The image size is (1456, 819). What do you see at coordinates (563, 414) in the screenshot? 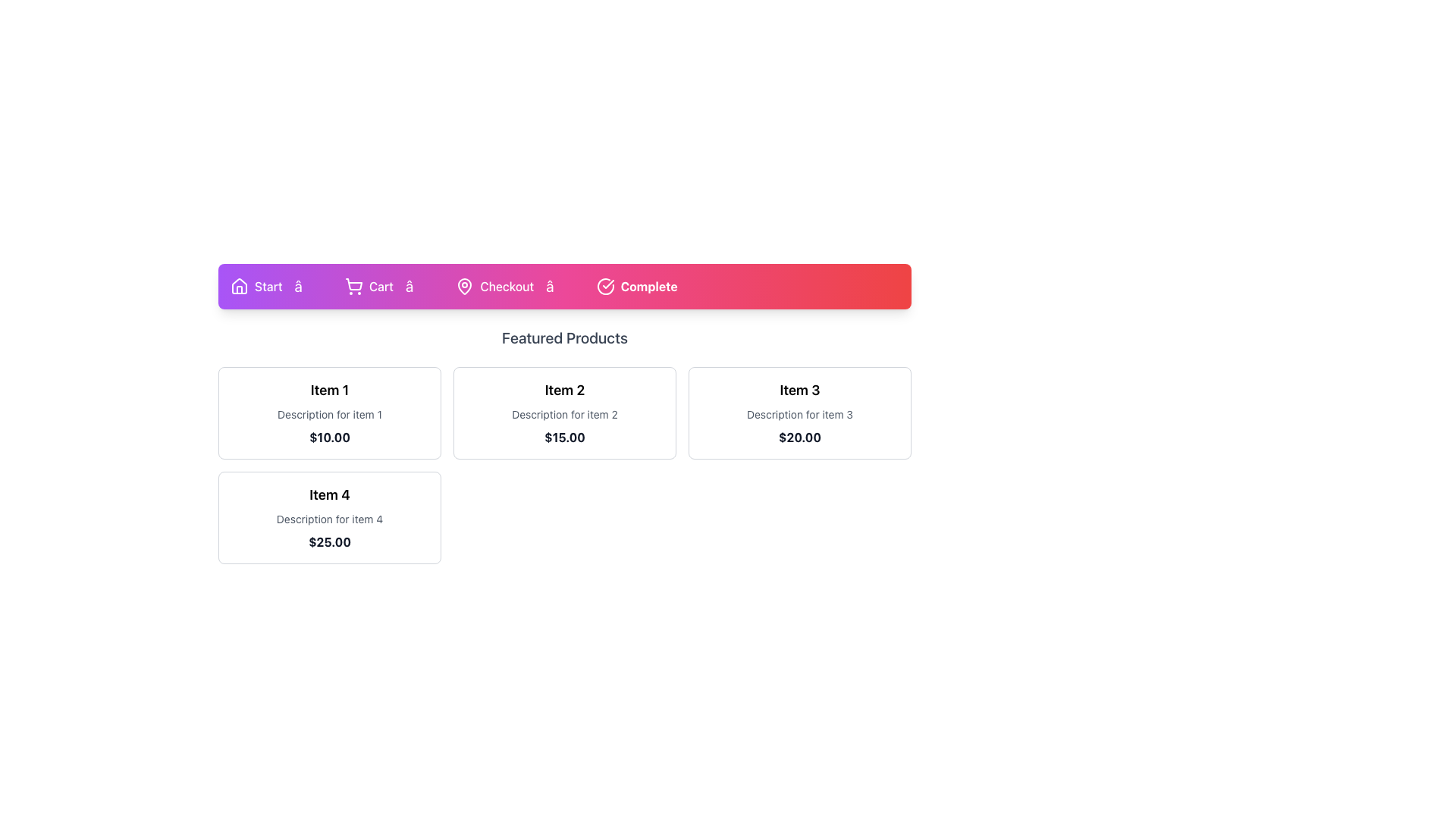
I see `the product card located in the second column of the first row within the 'Featured Products' grid layout` at bounding box center [563, 414].